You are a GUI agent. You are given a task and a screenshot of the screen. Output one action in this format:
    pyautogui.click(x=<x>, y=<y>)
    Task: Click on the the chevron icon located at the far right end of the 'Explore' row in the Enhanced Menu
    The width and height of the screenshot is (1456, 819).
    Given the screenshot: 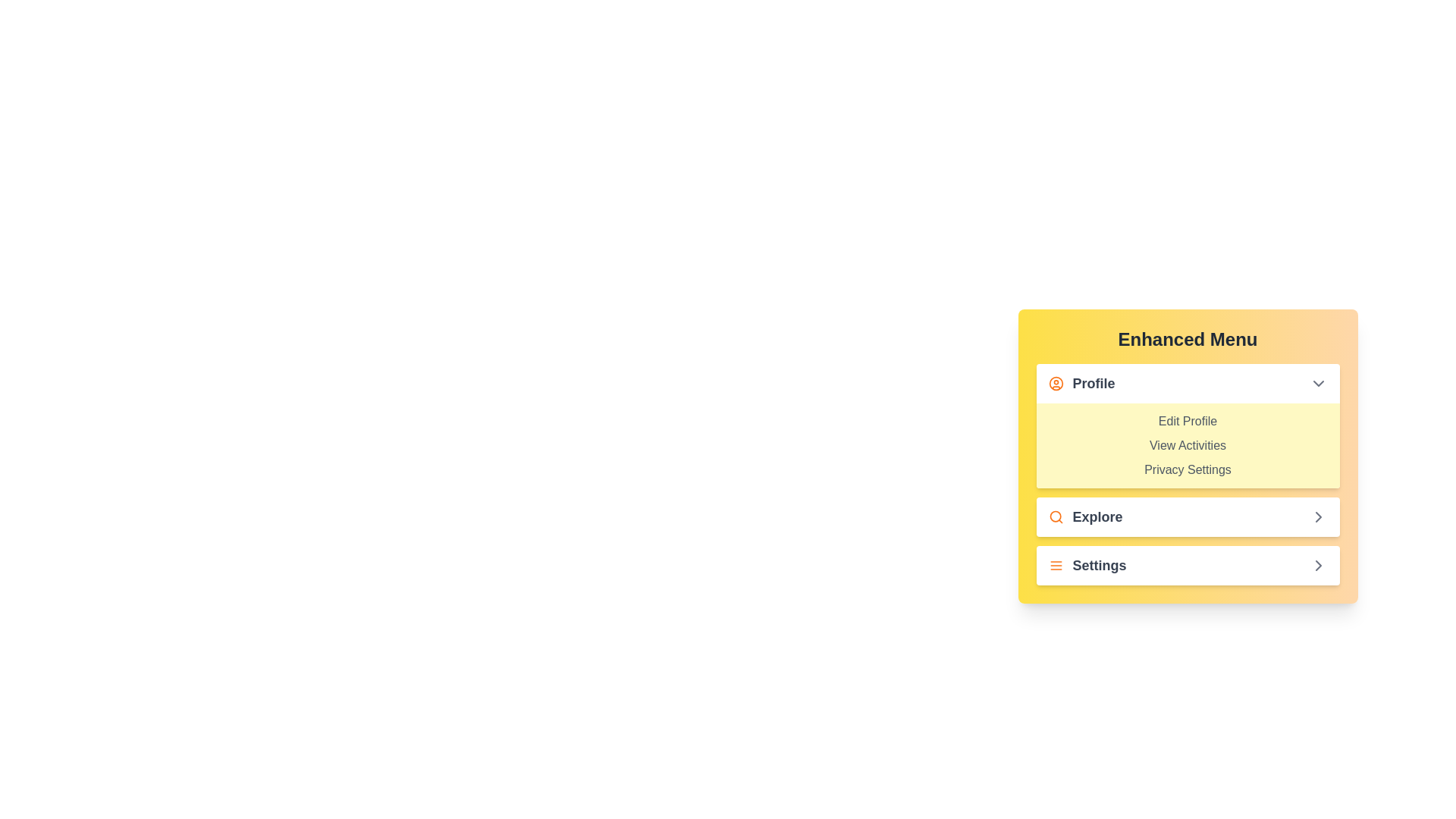 What is the action you would take?
    pyautogui.click(x=1317, y=516)
    